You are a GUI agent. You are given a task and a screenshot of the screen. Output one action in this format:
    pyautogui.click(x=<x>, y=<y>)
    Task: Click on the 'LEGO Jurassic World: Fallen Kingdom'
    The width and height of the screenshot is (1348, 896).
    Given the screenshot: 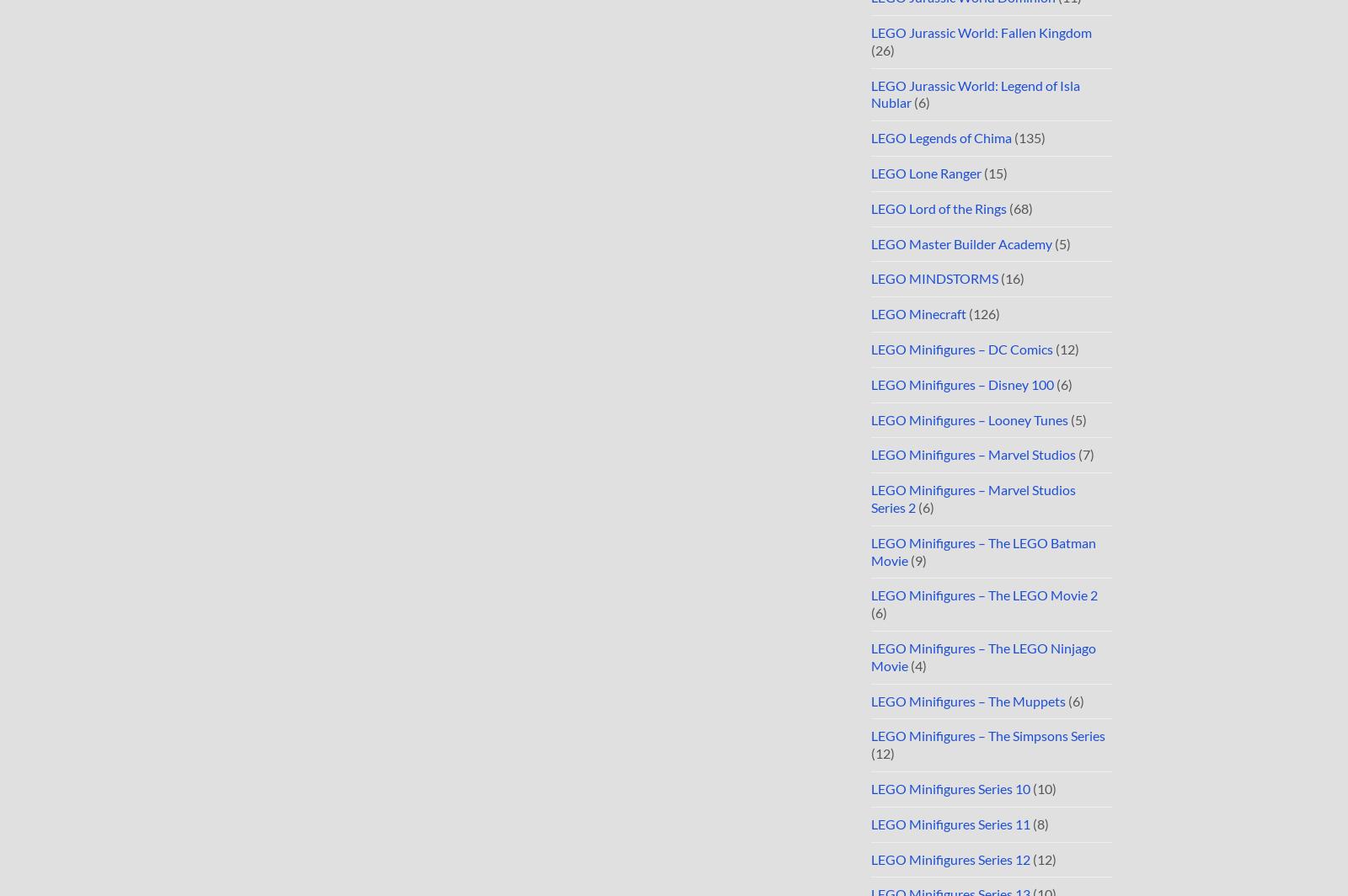 What is the action you would take?
    pyautogui.click(x=981, y=32)
    